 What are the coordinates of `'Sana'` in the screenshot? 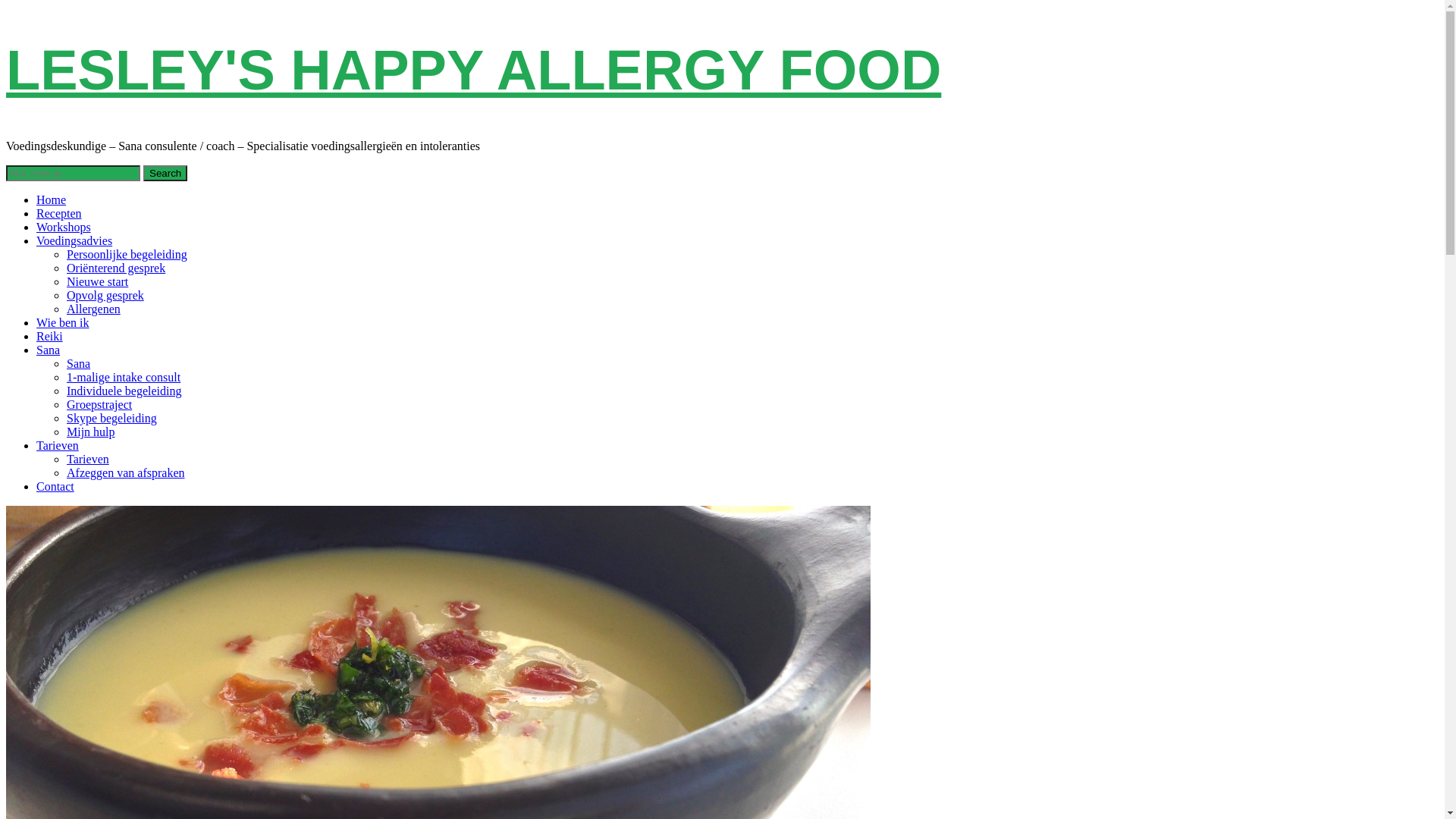 It's located at (48, 350).